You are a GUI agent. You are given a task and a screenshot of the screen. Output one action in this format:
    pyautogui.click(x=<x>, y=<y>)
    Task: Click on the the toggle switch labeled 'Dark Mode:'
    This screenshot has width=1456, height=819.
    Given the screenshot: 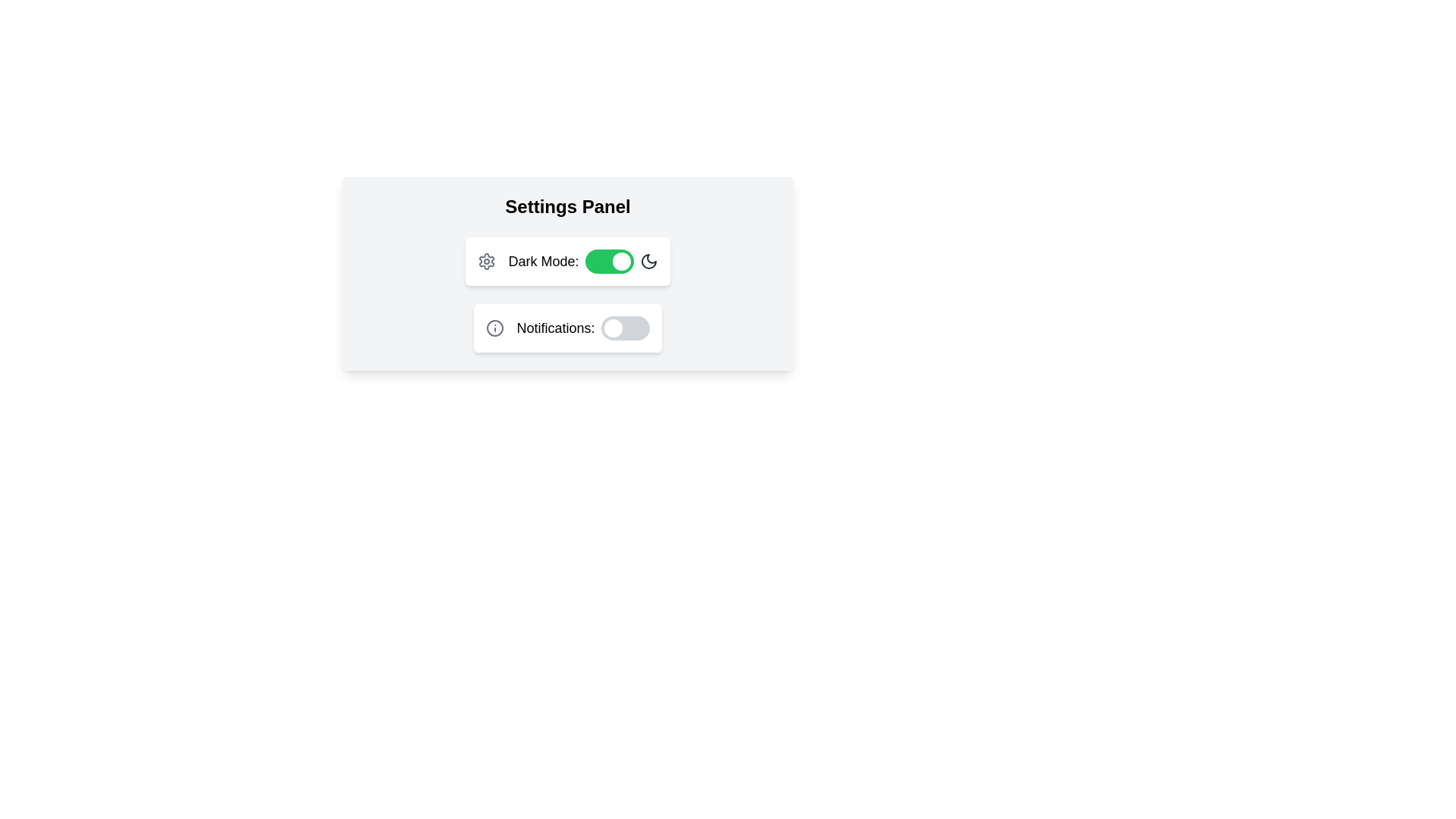 What is the action you would take?
    pyautogui.click(x=582, y=260)
    